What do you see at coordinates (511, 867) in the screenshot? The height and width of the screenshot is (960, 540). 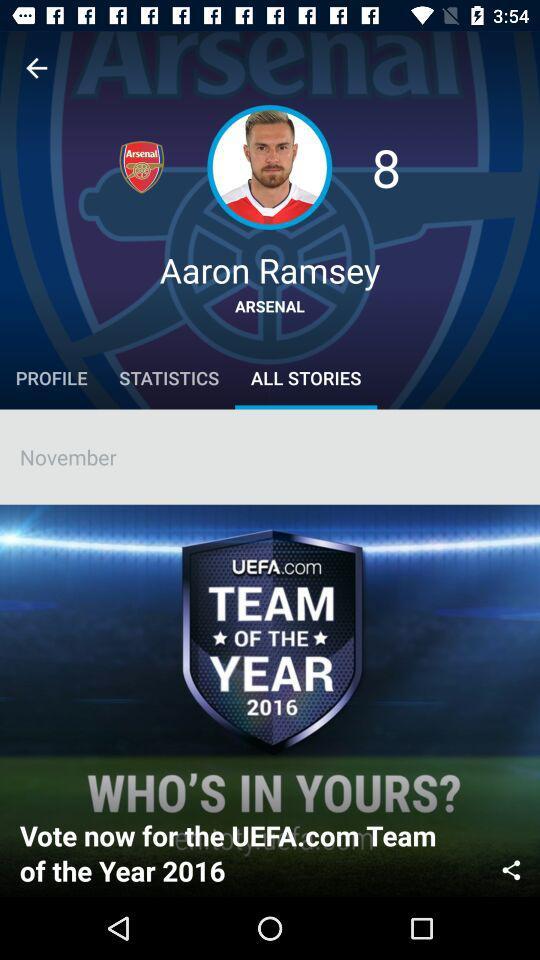 I see `the item to the right of vote now for icon` at bounding box center [511, 867].